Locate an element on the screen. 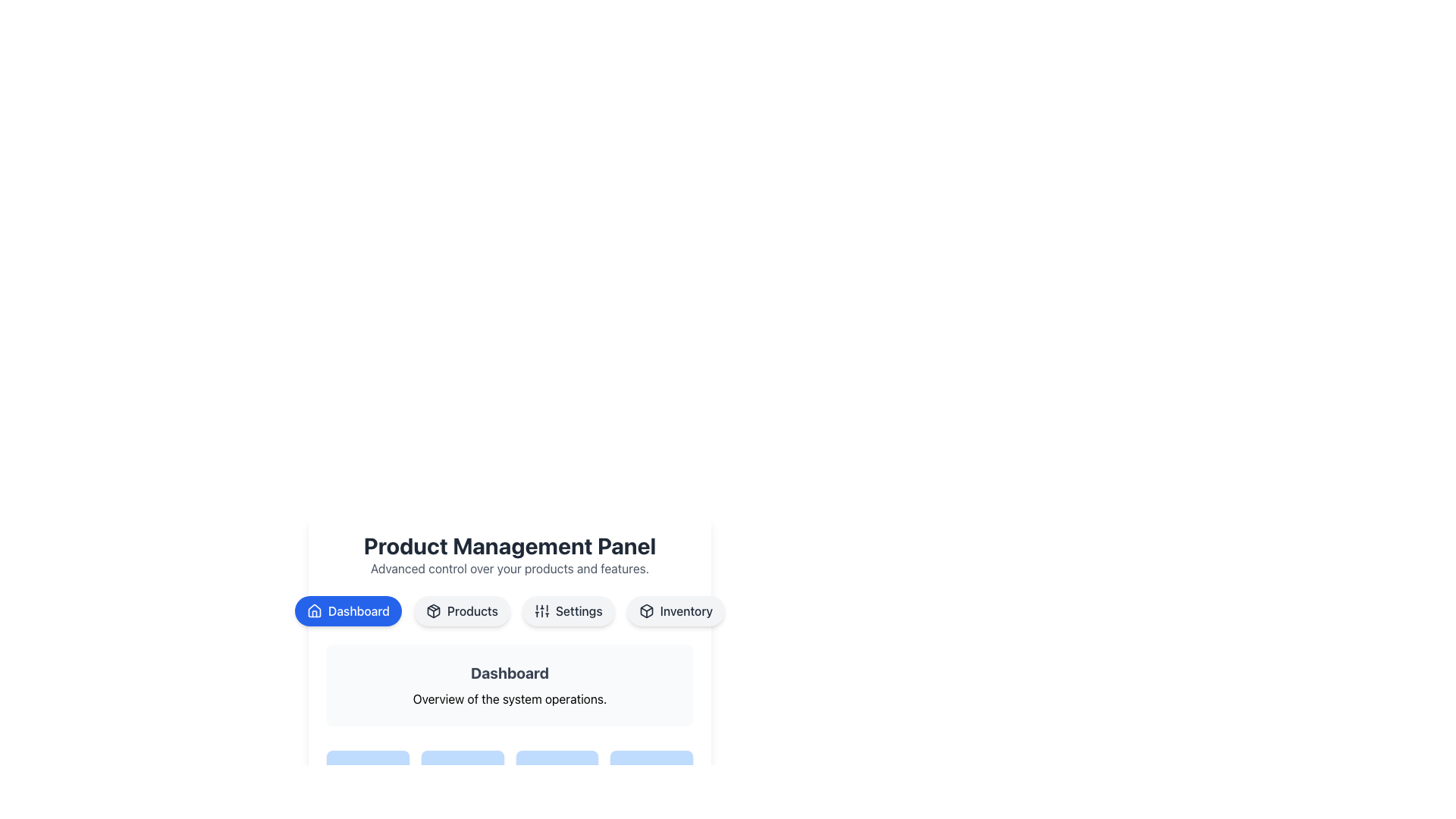 The image size is (1456, 819). the navigation button labeled 'Dashboard' located at the far left of the horizontal navigation bar under the 'Product Management Panel' heading is located at coordinates (347, 610).